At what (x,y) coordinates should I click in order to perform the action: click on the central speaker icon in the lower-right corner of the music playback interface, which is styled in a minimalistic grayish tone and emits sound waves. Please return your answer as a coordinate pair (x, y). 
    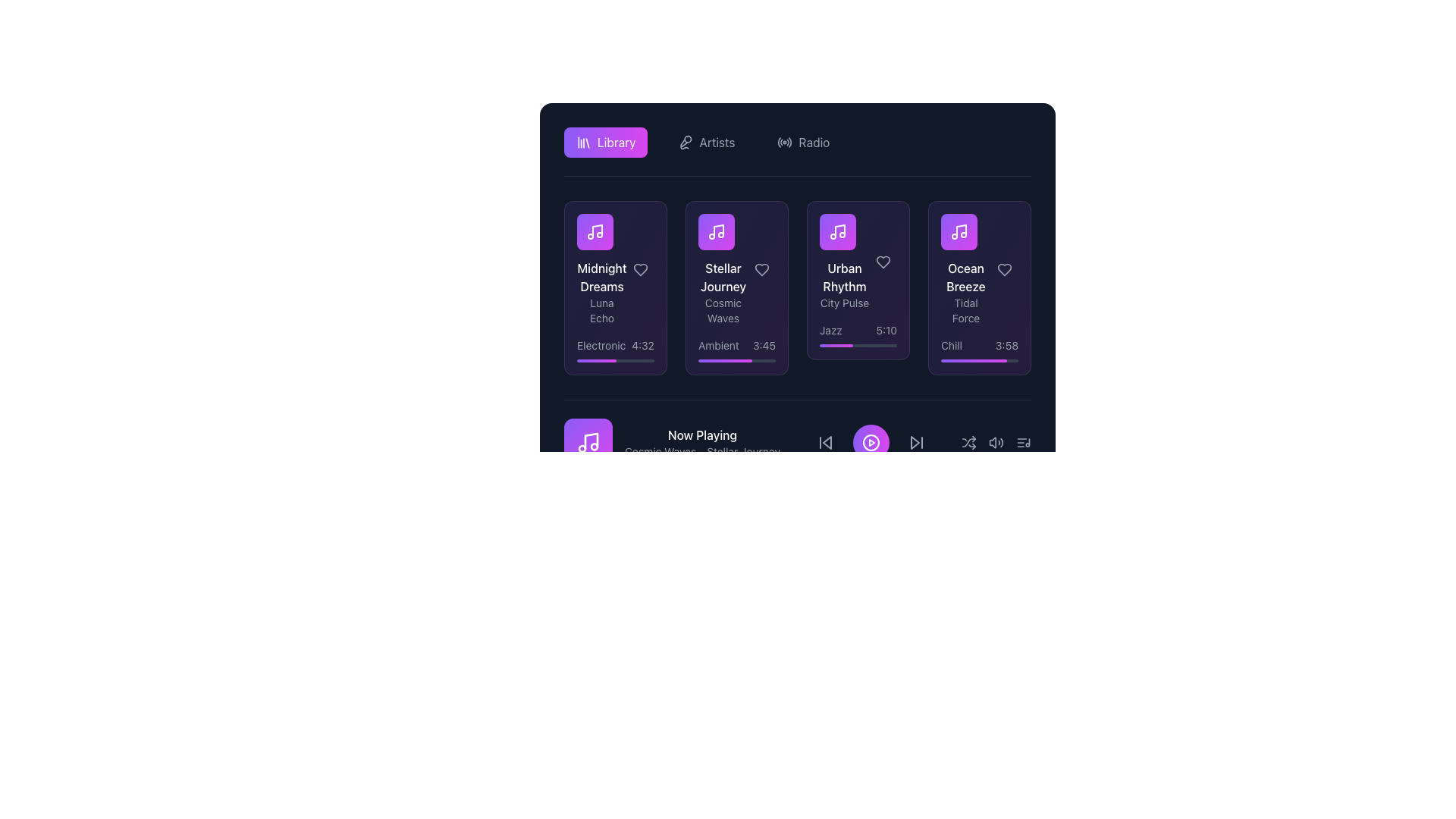
    Looking at the image, I should click on (996, 442).